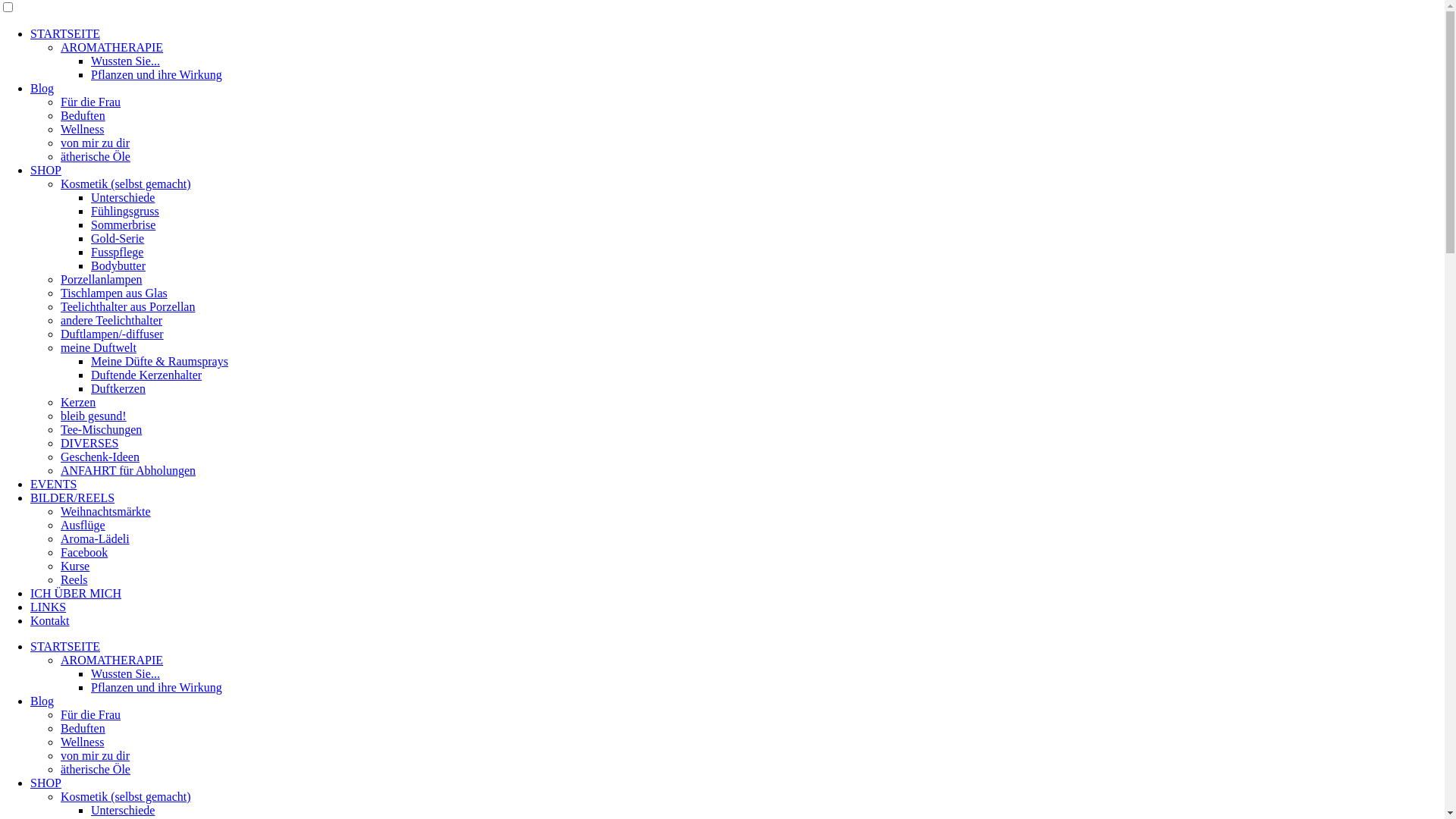 This screenshot has width=1456, height=819. Describe the element at coordinates (113, 293) in the screenshot. I see `'Tischlampen aus Glas'` at that location.